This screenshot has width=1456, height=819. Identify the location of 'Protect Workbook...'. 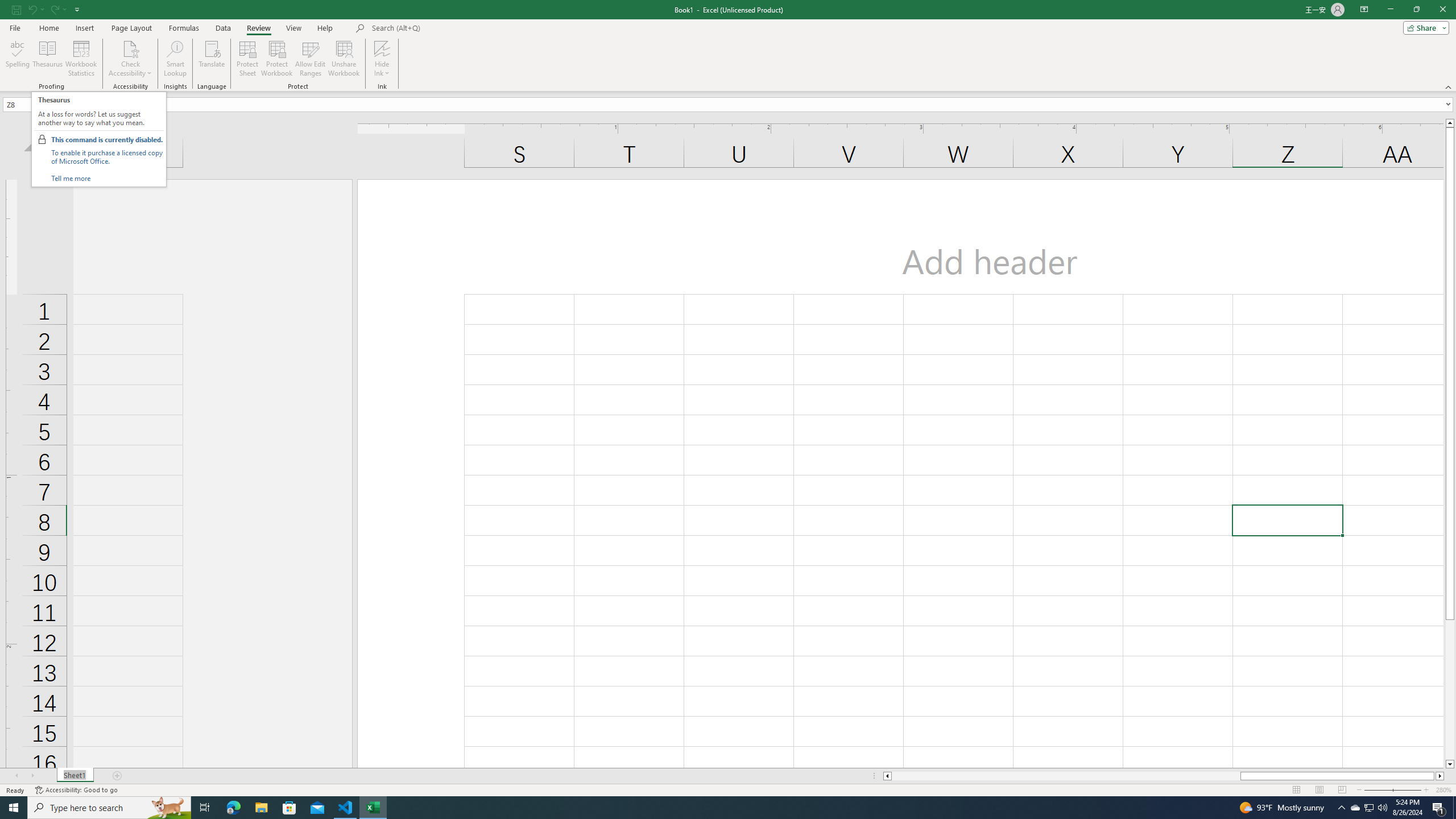
(276, 59).